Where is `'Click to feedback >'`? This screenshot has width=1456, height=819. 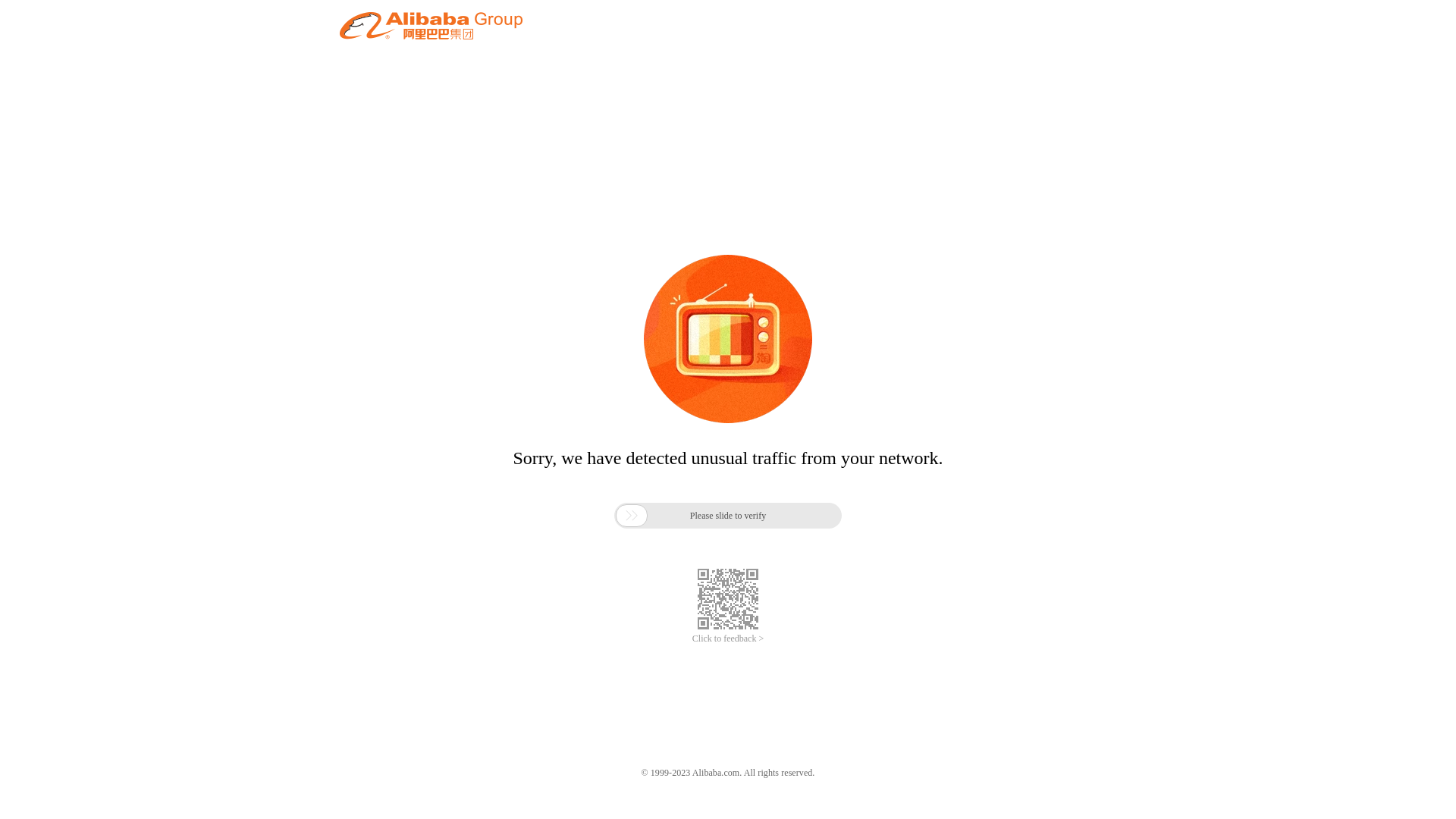
'Click to feedback >' is located at coordinates (728, 639).